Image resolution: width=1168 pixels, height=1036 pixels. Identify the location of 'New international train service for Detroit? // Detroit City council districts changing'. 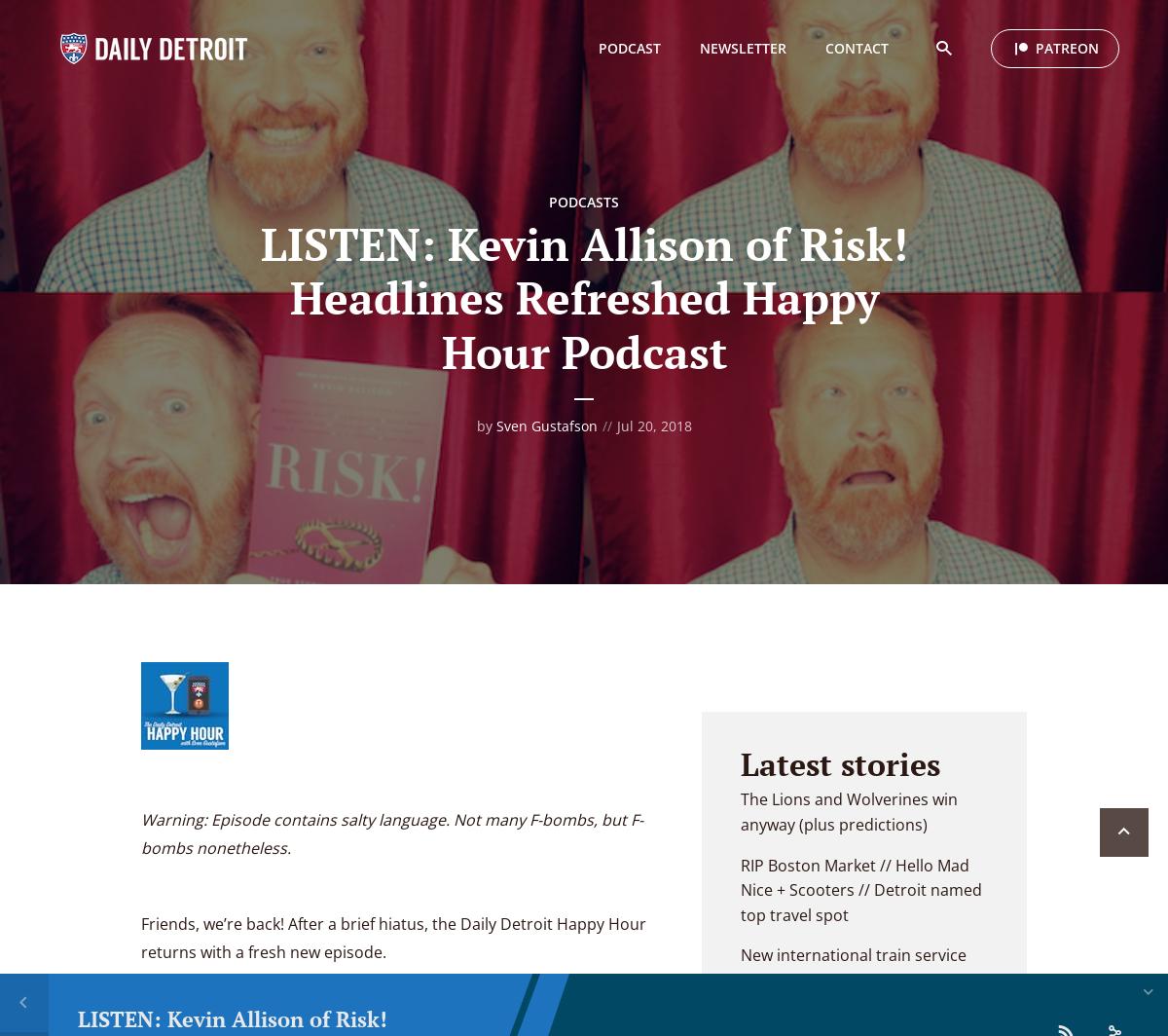
(861, 980).